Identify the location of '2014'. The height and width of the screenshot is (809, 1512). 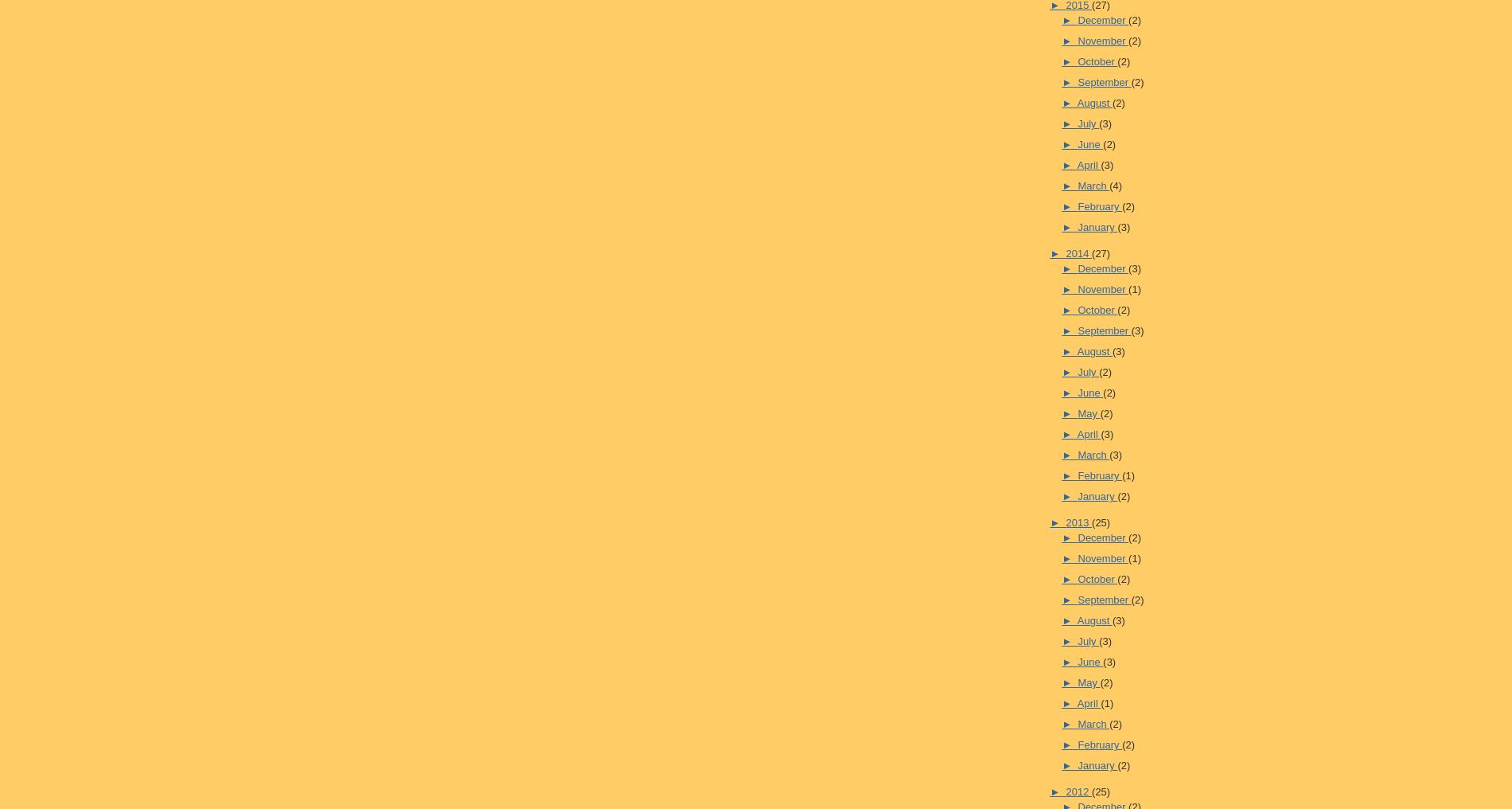
(1077, 252).